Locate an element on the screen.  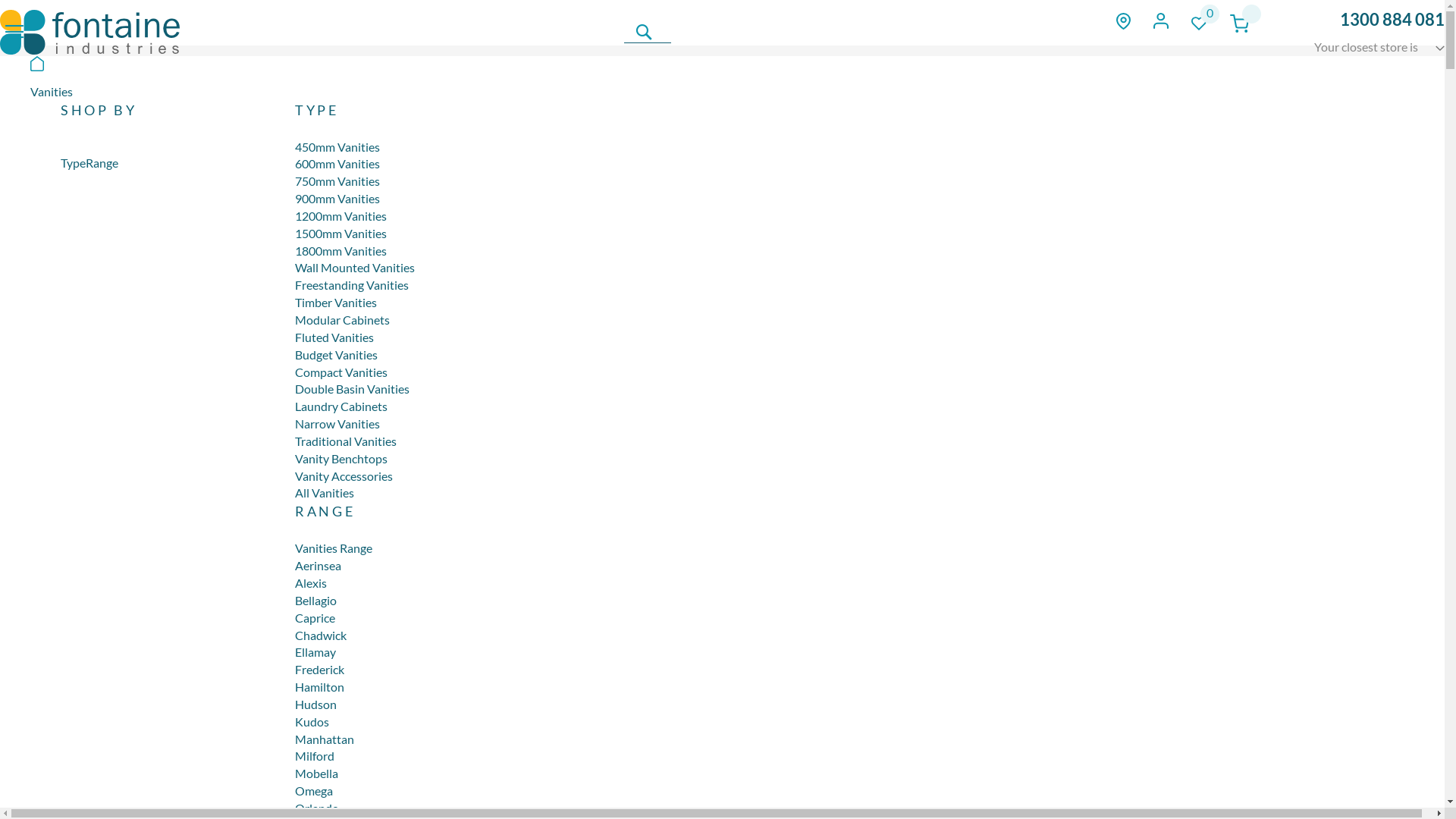
'Vanities' is located at coordinates (51, 91).